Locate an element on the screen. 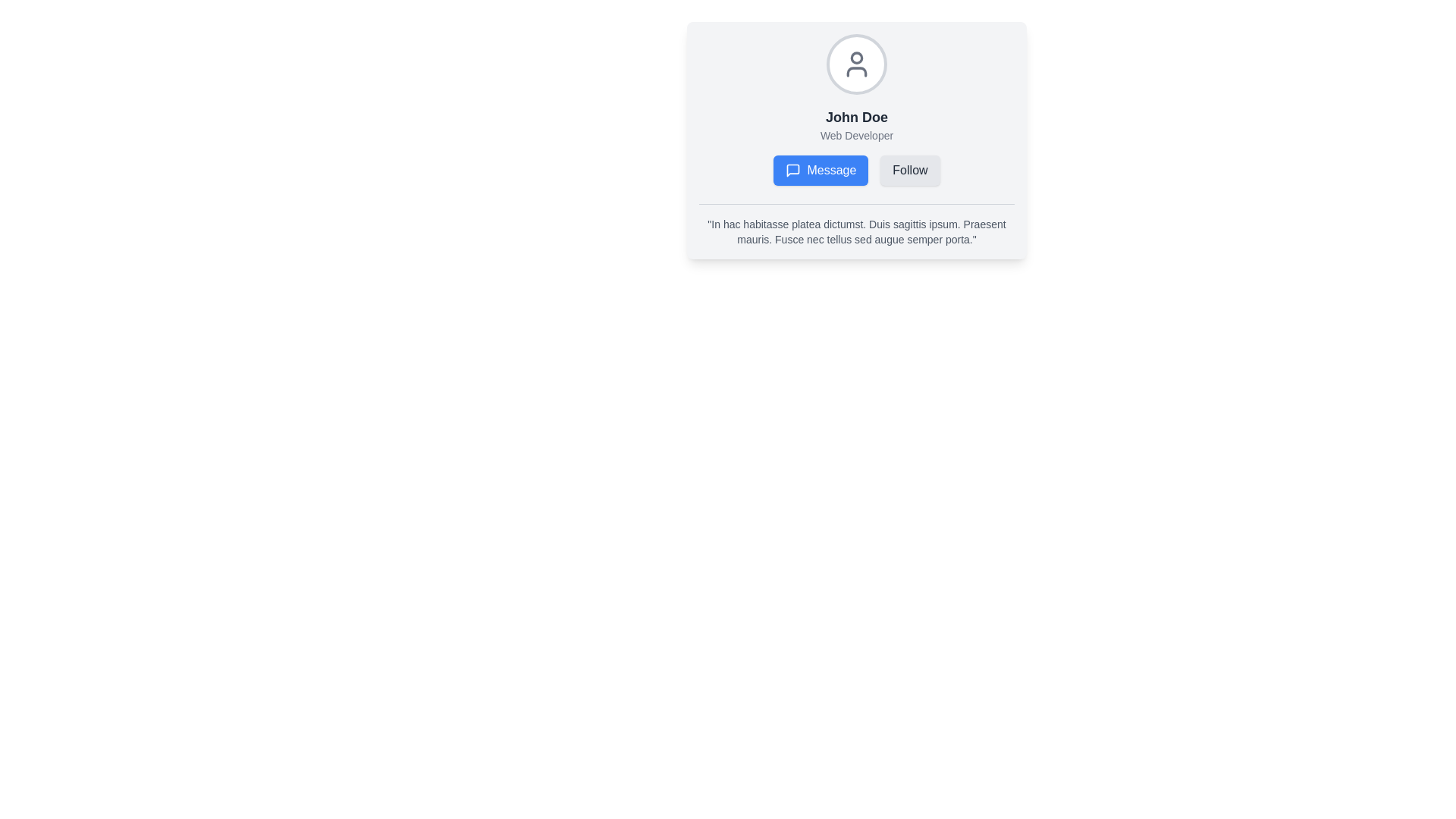 The width and height of the screenshot is (1456, 819). the 'Send Message' button located to the left of the 'Follow' button, positioned beneath the user's name and profession details is located at coordinates (856, 170).